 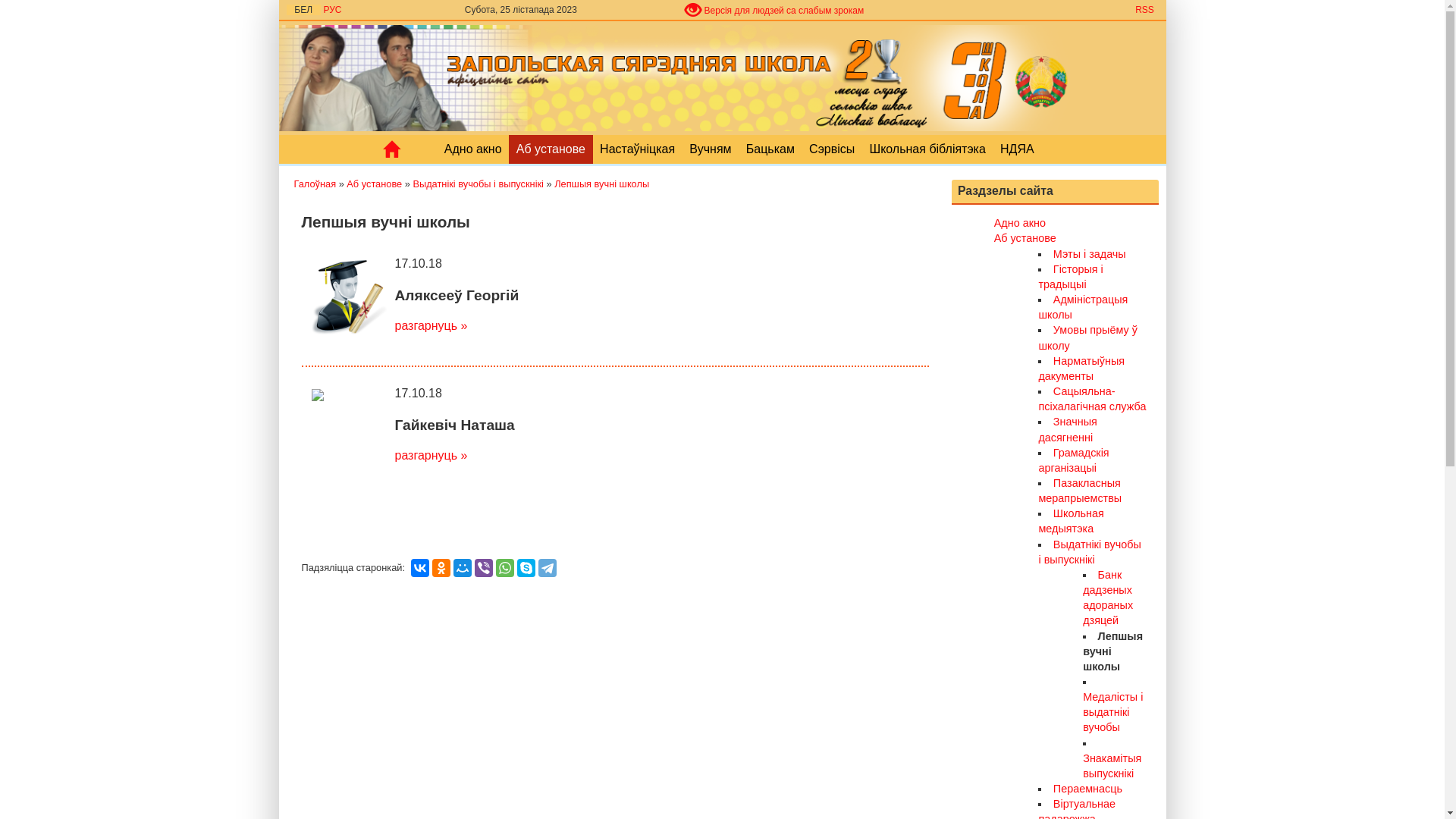 I want to click on 'Skype', so click(x=526, y=567).